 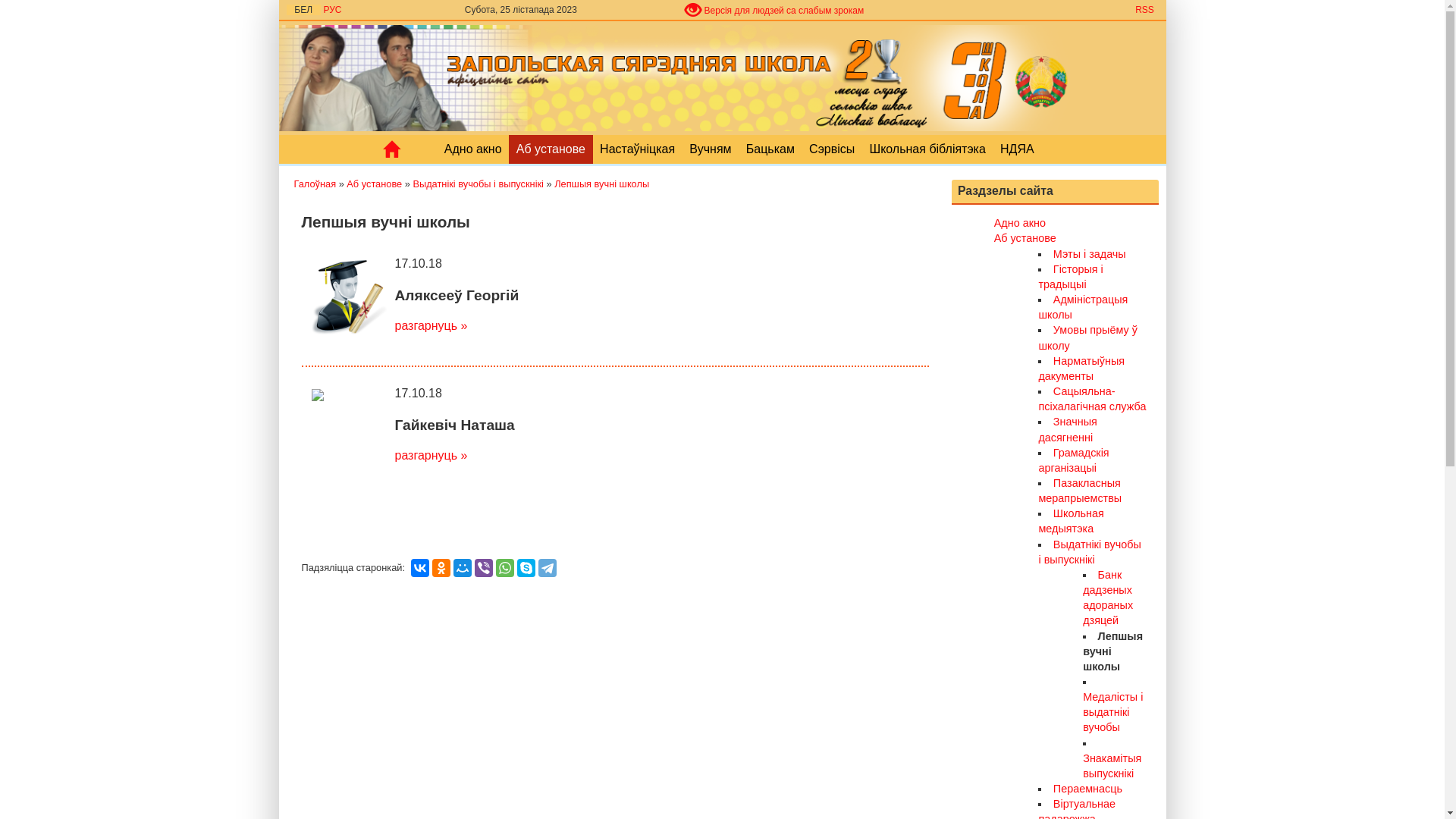 I want to click on 'Skype', so click(x=526, y=567).